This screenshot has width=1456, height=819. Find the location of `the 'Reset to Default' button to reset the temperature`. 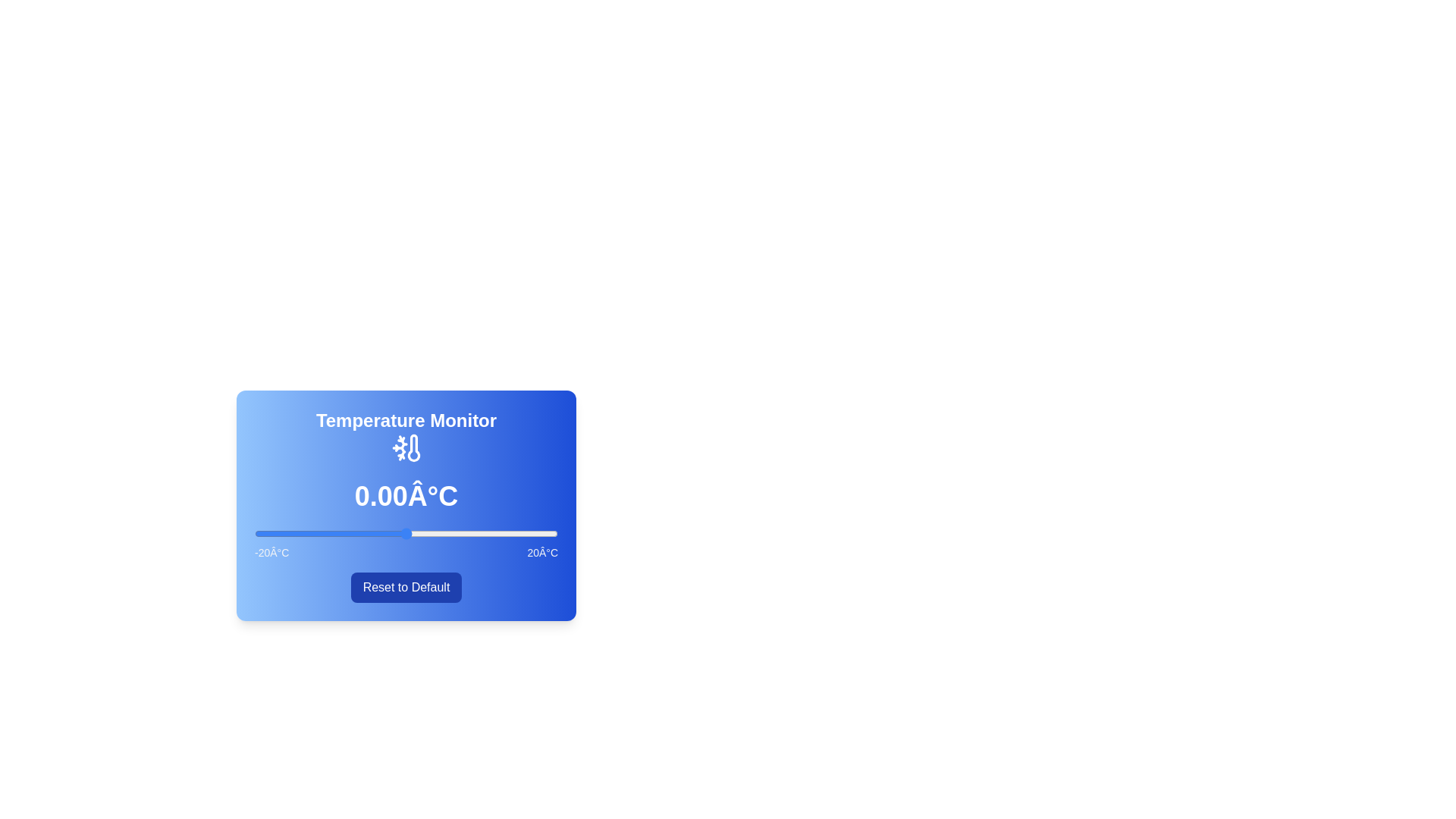

the 'Reset to Default' button to reset the temperature is located at coordinates (406, 587).